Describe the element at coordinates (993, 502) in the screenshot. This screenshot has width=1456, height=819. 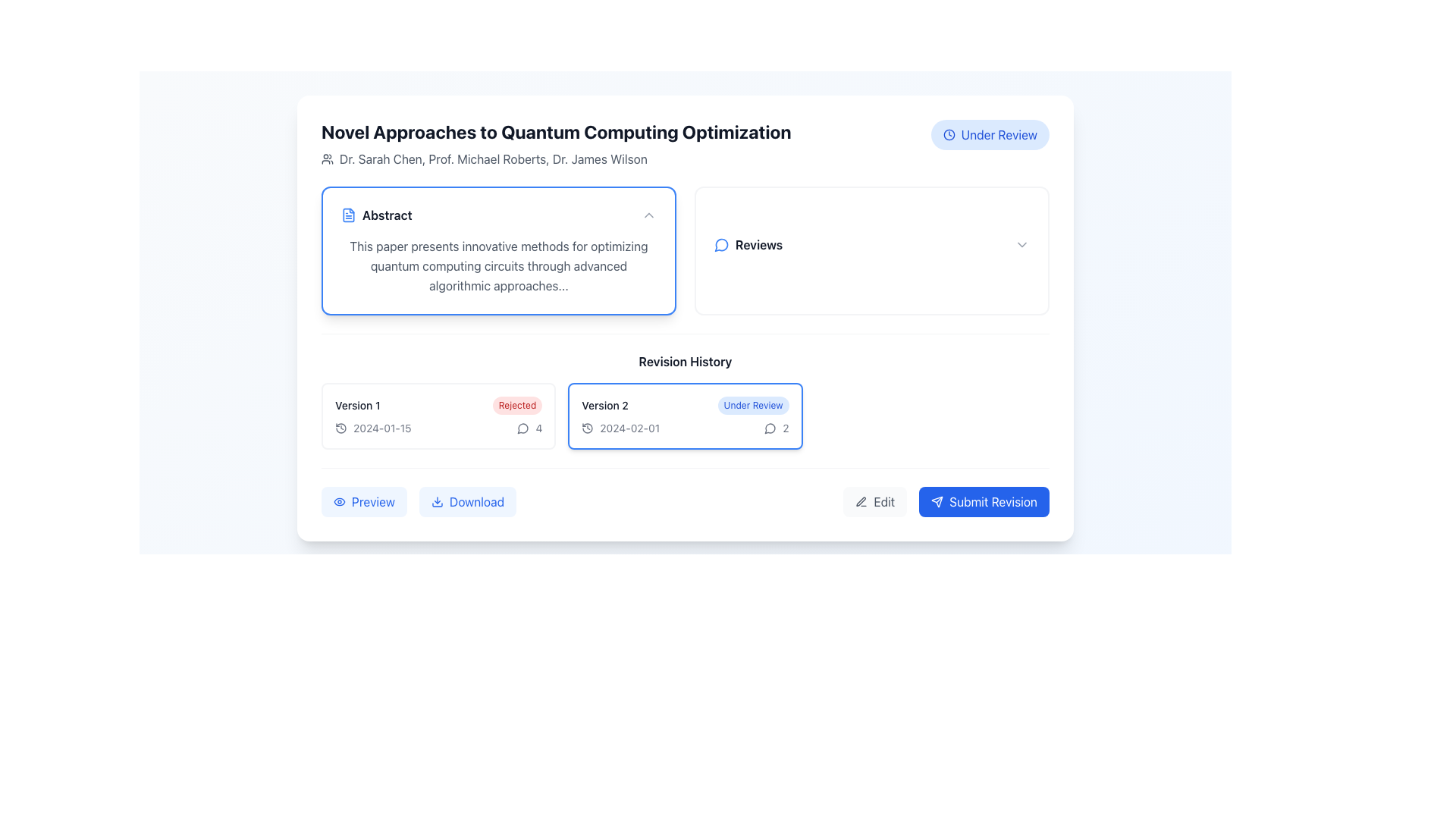
I see `the 'Submit Revision' button, which is a text label in white on a blue background, to trigger a visual response` at that location.